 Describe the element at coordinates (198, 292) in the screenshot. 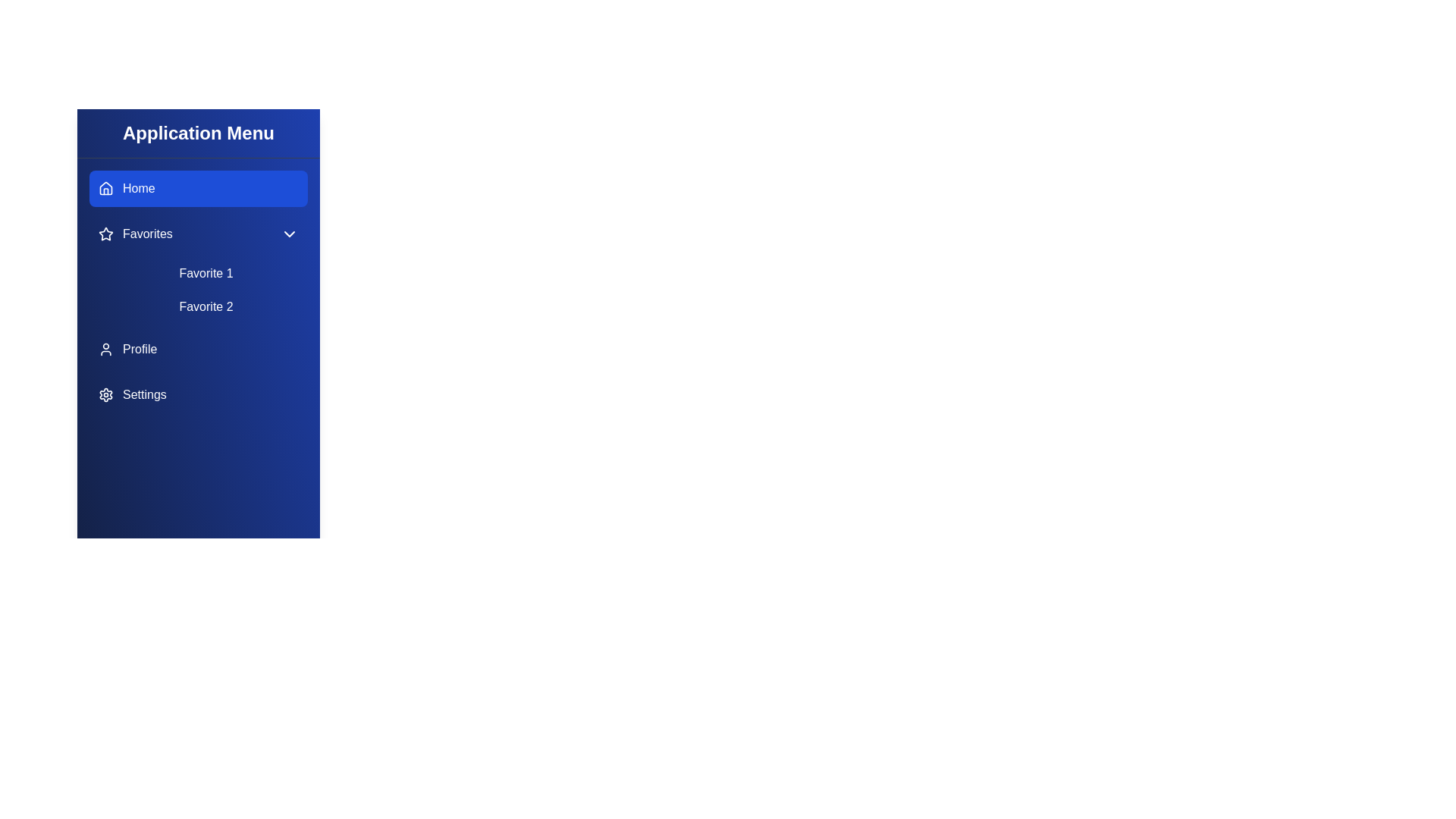

I see `the second item in the List menu containing submenus to trigger potential hover effects` at that location.